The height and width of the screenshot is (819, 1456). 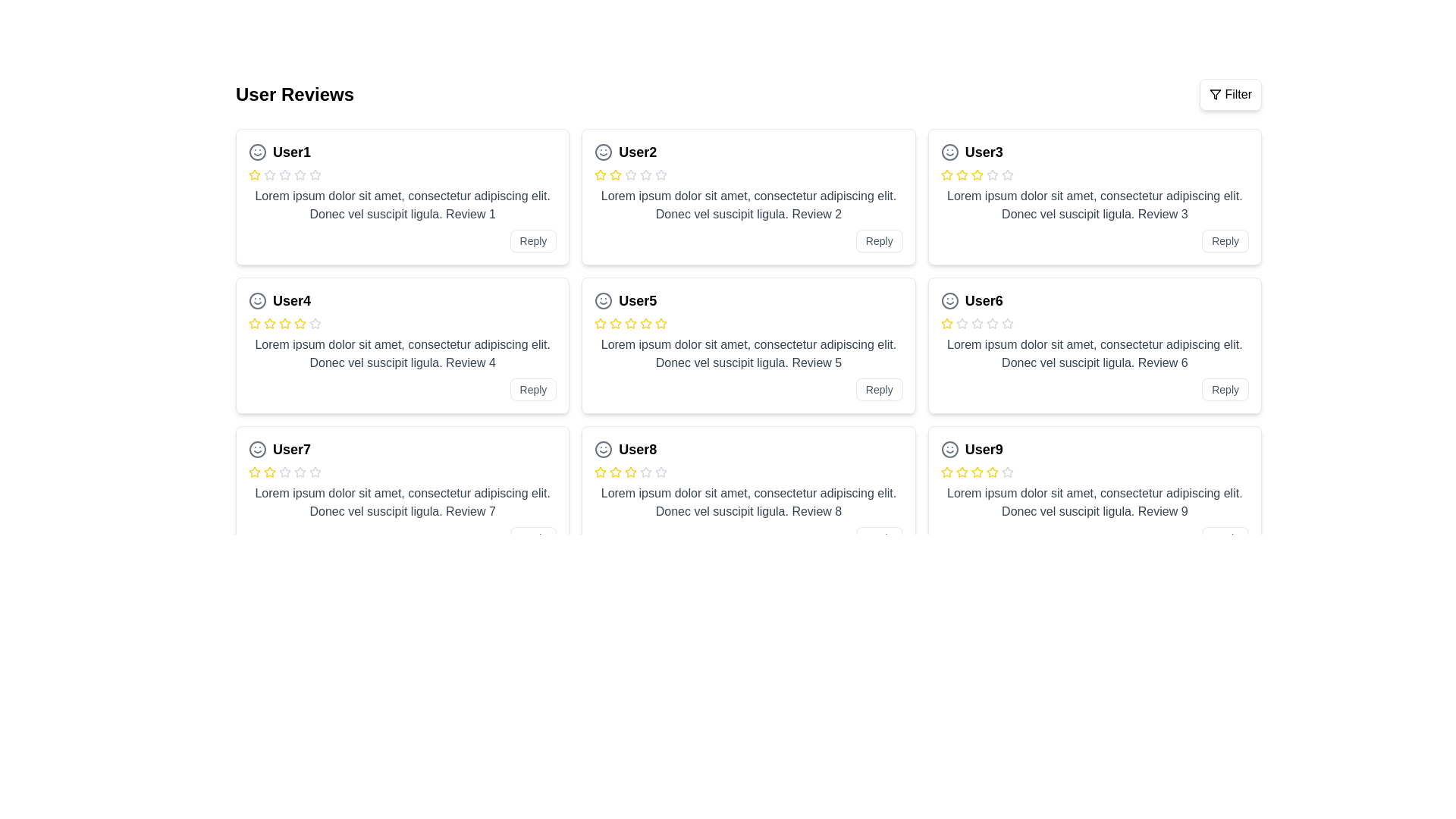 I want to click on the textual description element styled in gray color that discusses 'Review 9' in the comment section for 'User9', so click(x=1094, y=503).